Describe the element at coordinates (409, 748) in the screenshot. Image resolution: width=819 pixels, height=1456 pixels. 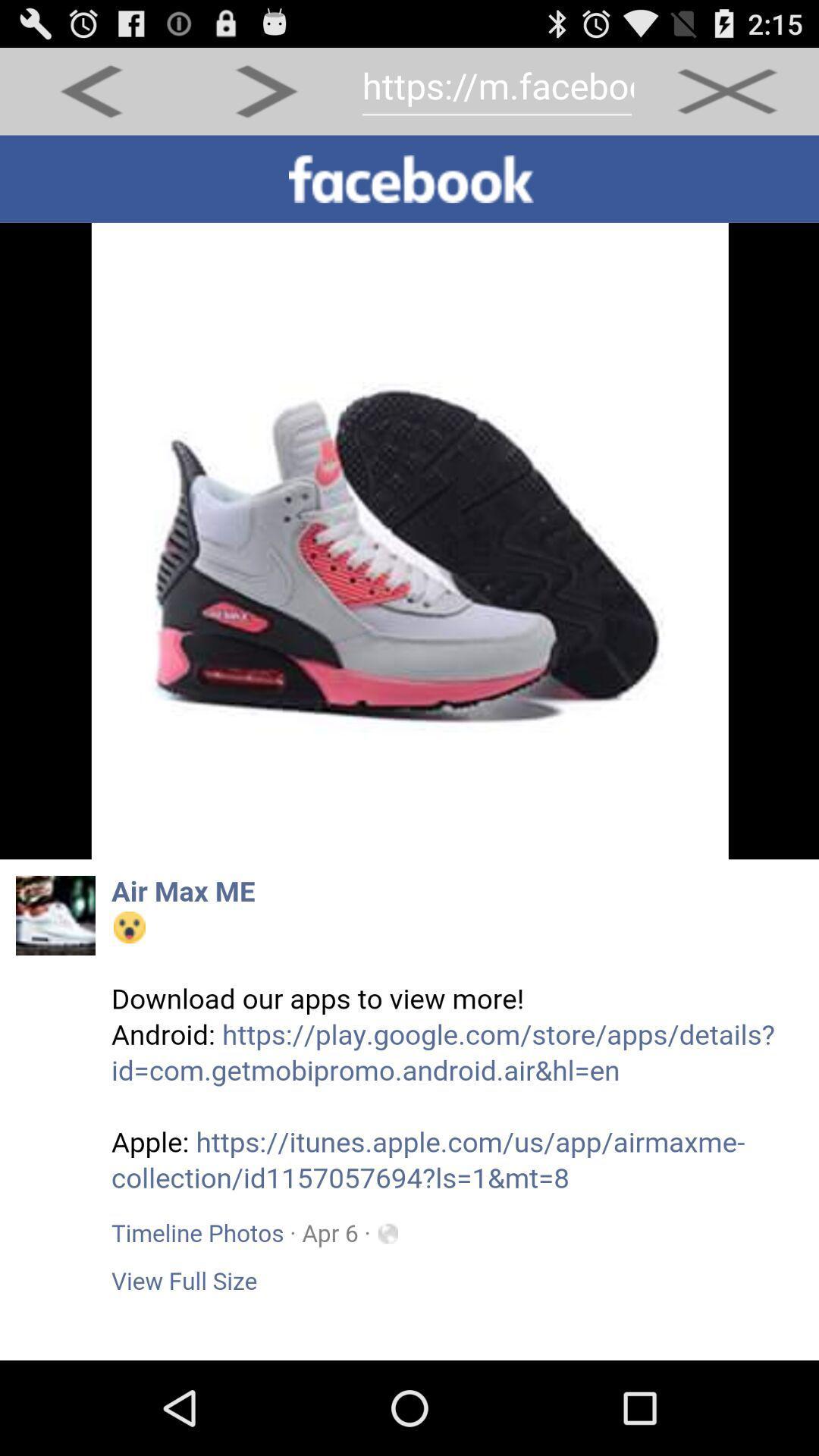
I see `shose` at that location.